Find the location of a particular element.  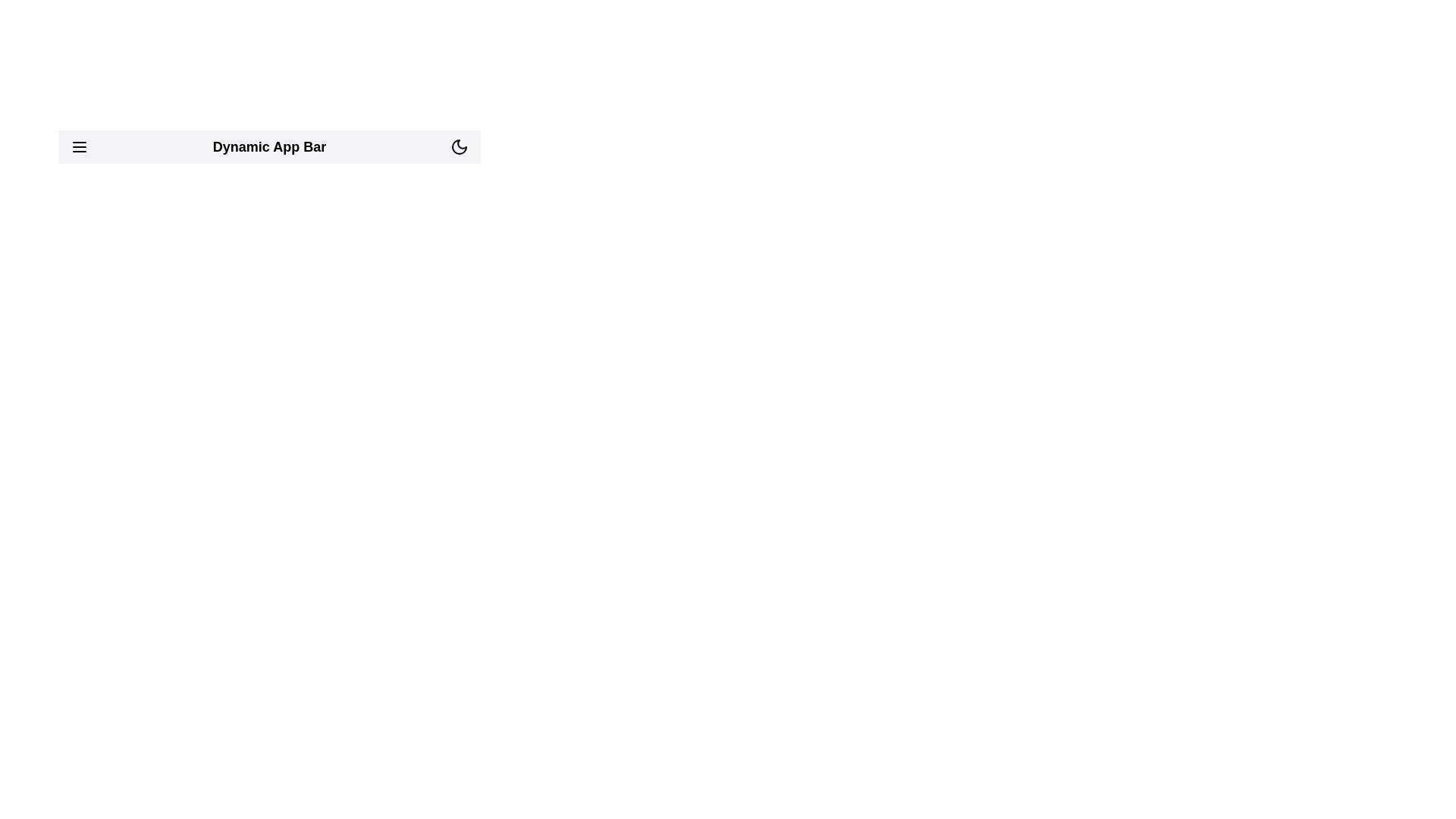

the toggle button to switch between dark and light mode is located at coordinates (458, 146).